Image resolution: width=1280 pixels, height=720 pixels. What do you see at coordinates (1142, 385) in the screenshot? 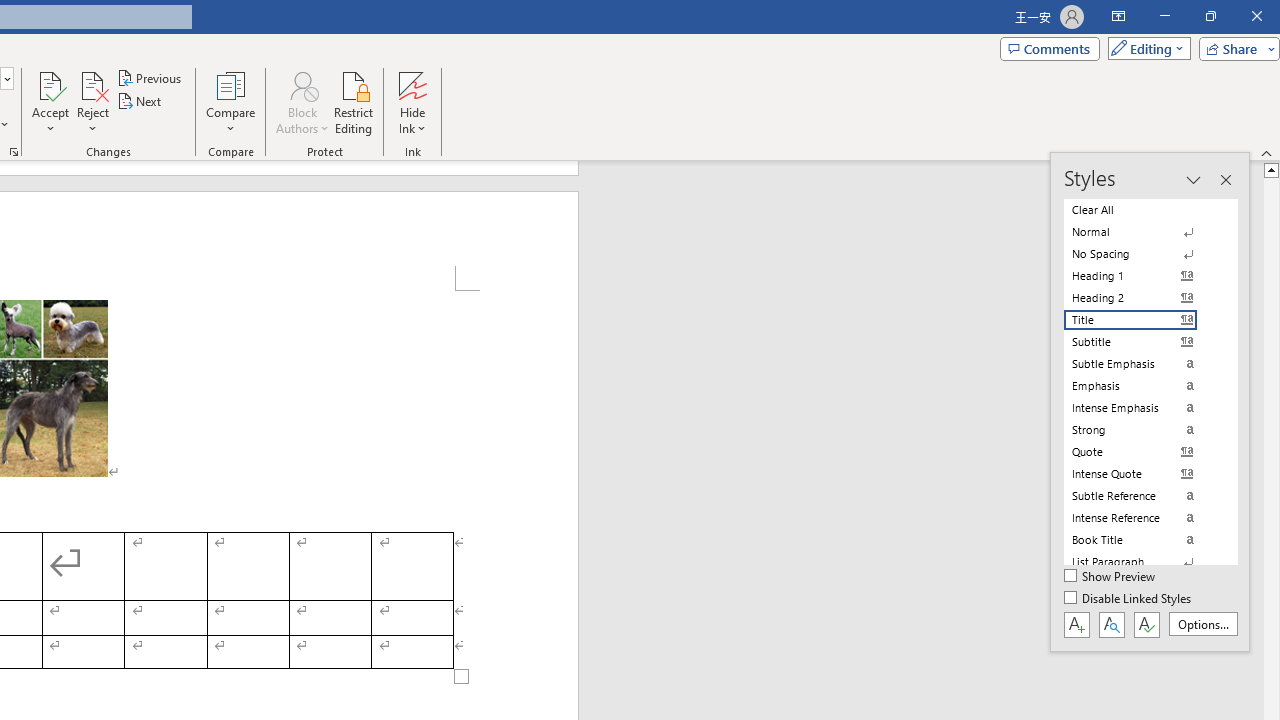
I see `'Emphasis'` at bounding box center [1142, 385].